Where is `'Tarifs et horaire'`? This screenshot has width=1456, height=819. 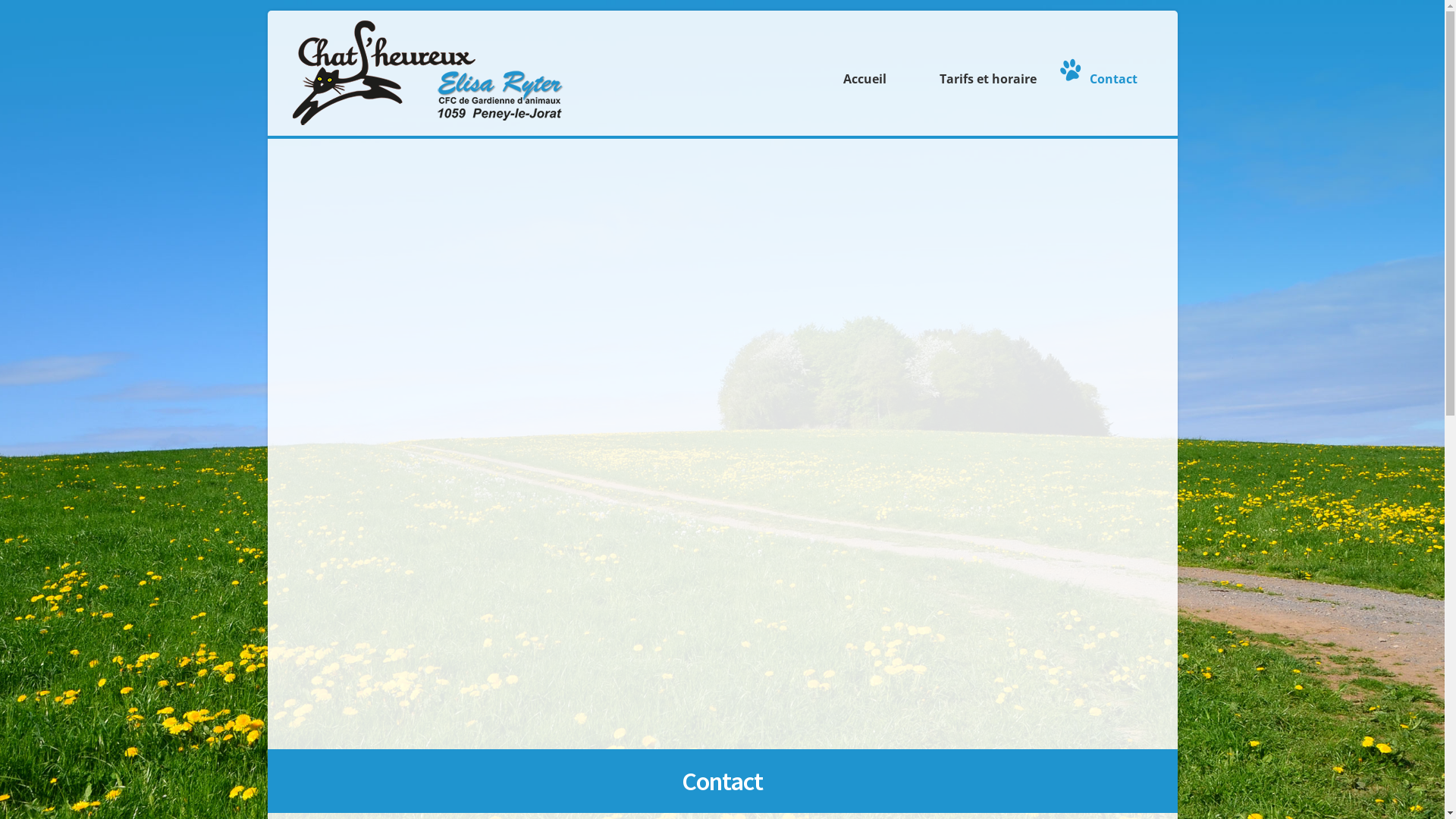 'Tarifs et horaire' is located at coordinates (908, 70).